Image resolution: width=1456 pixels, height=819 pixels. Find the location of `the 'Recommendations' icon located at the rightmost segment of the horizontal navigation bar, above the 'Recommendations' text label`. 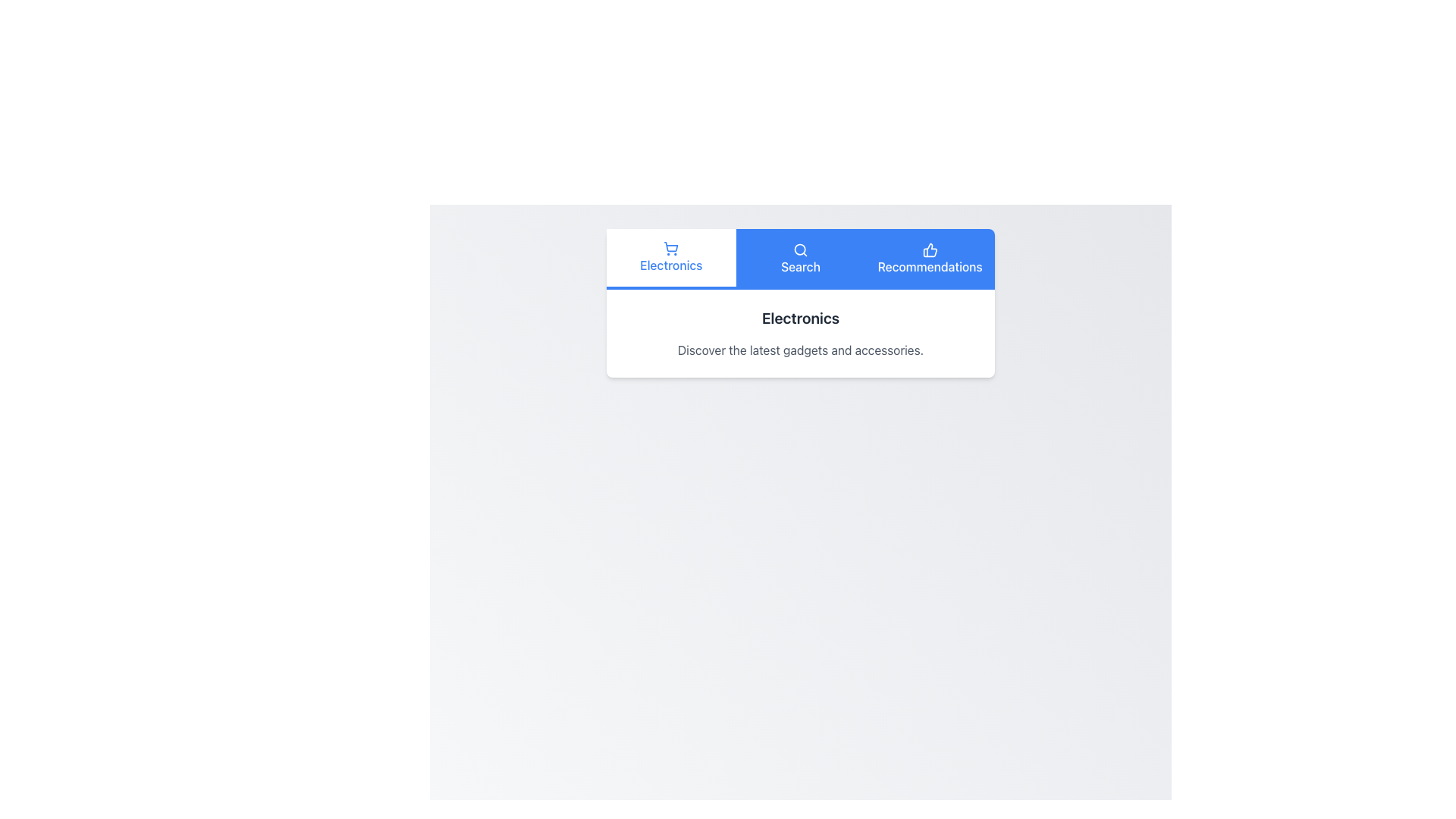

the 'Recommendations' icon located at the rightmost segment of the horizontal navigation bar, above the 'Recommendations' text label is located at coordinates (929, 249).